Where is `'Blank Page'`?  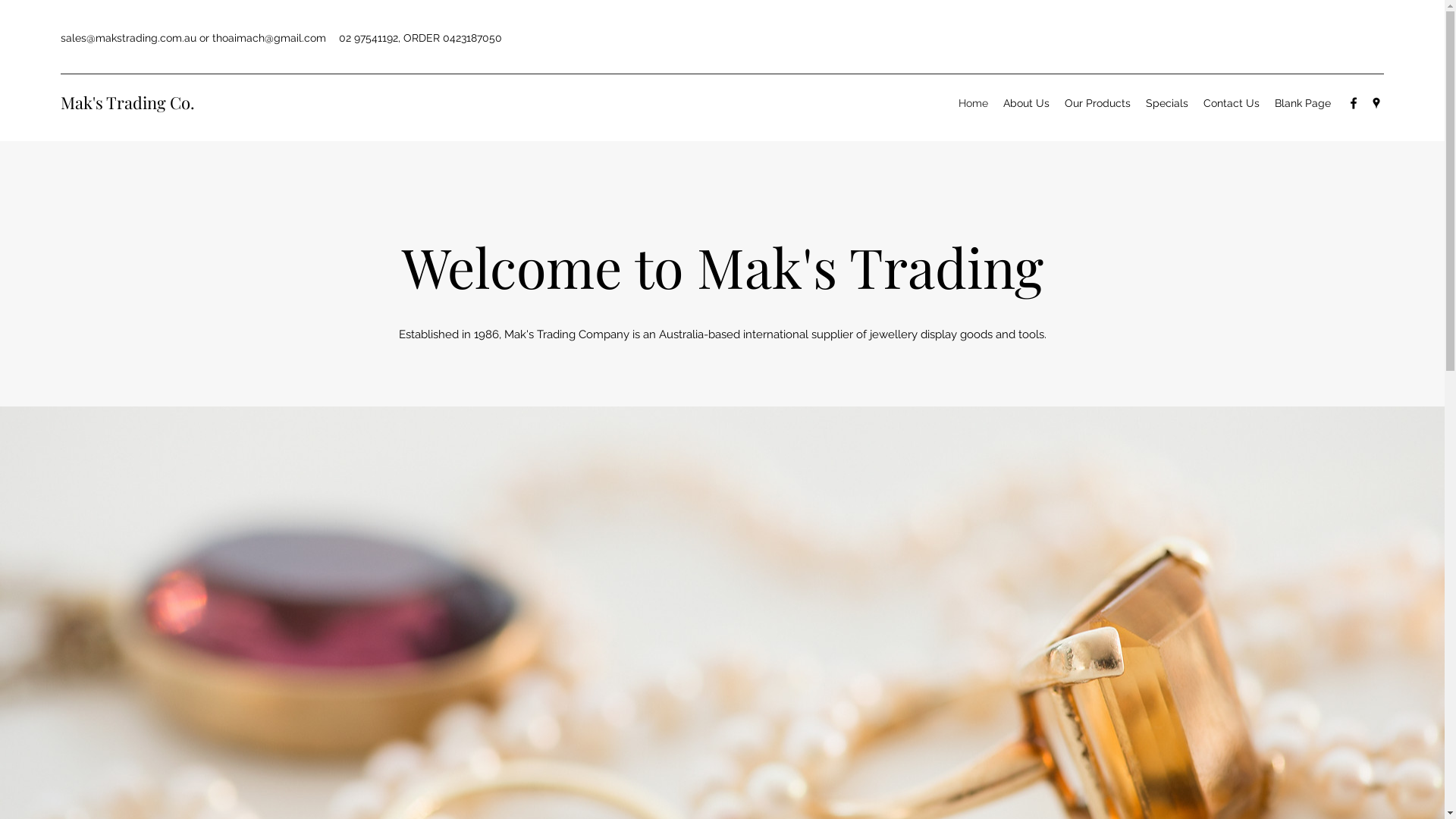 'Blank Page' is located at coordinates (1302, 102).